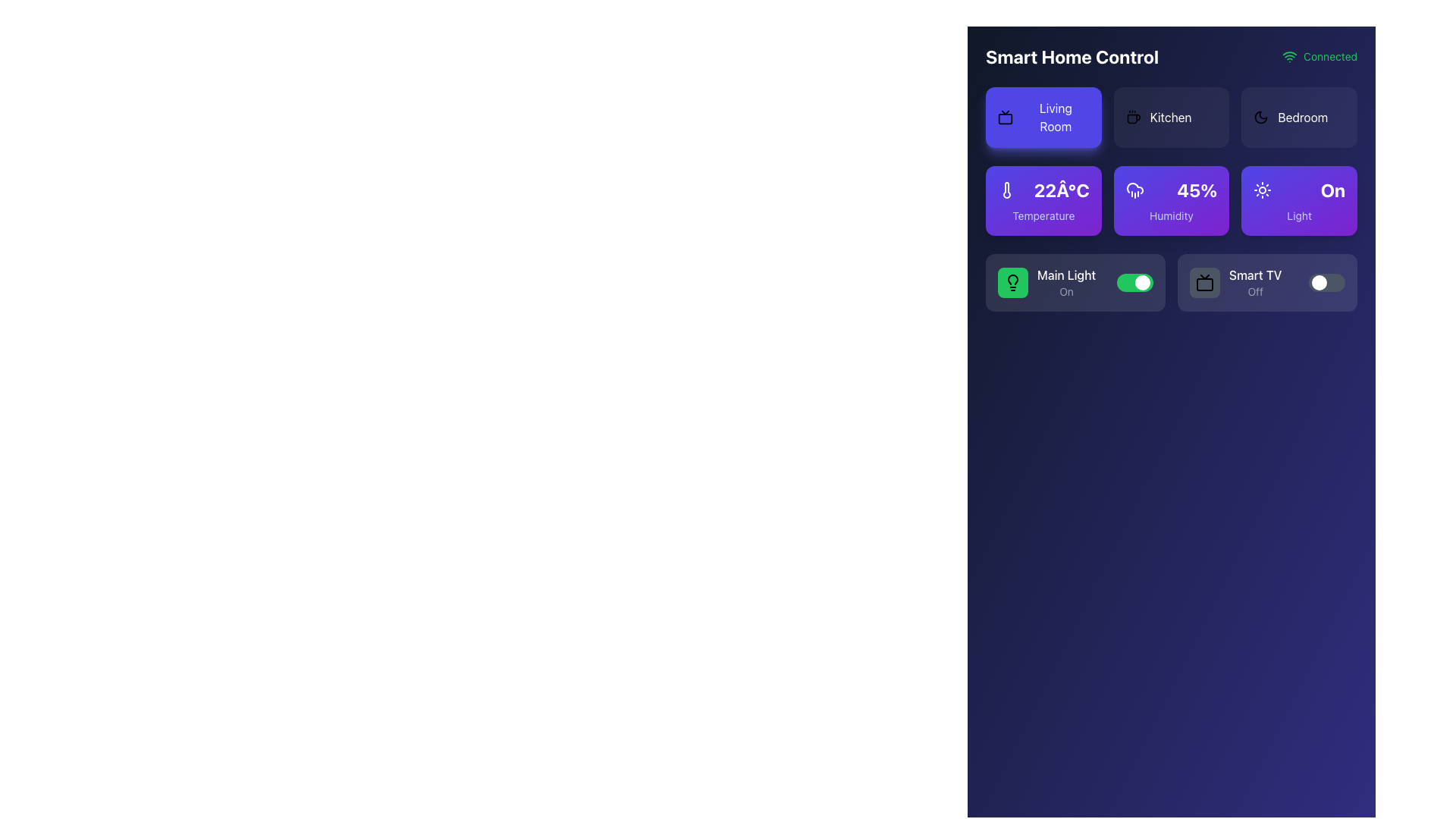 The width and height of the screenshot is (1456, 819). I want to click on the 'Bedroom' button featuring a crescent moon icon located in the upper-right corner of the grid layout in the control panel, so click(1298, 116).